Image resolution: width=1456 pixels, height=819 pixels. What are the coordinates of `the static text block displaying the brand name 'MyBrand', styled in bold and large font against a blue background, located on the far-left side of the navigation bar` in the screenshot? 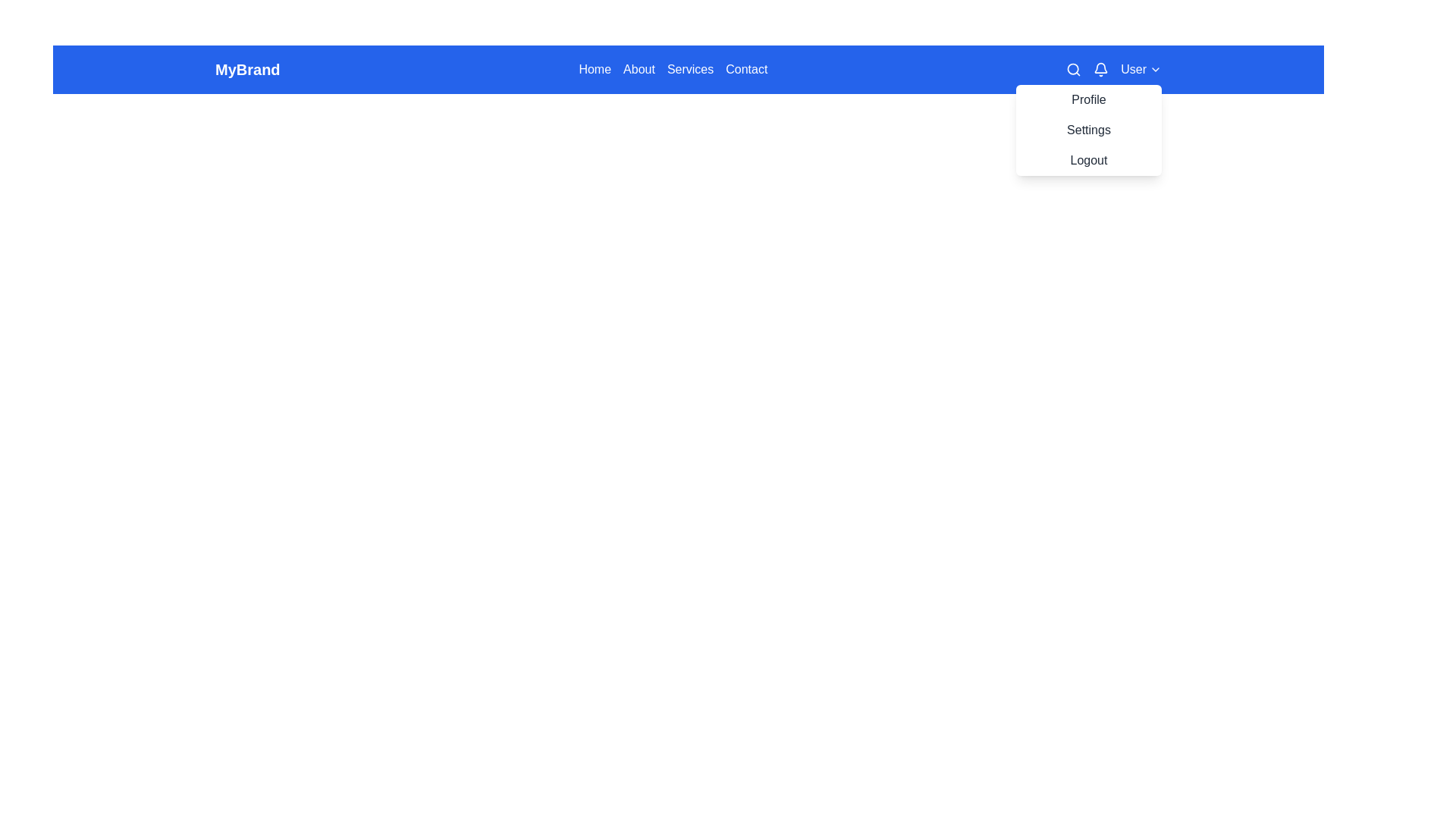 It's located at (247, 70).